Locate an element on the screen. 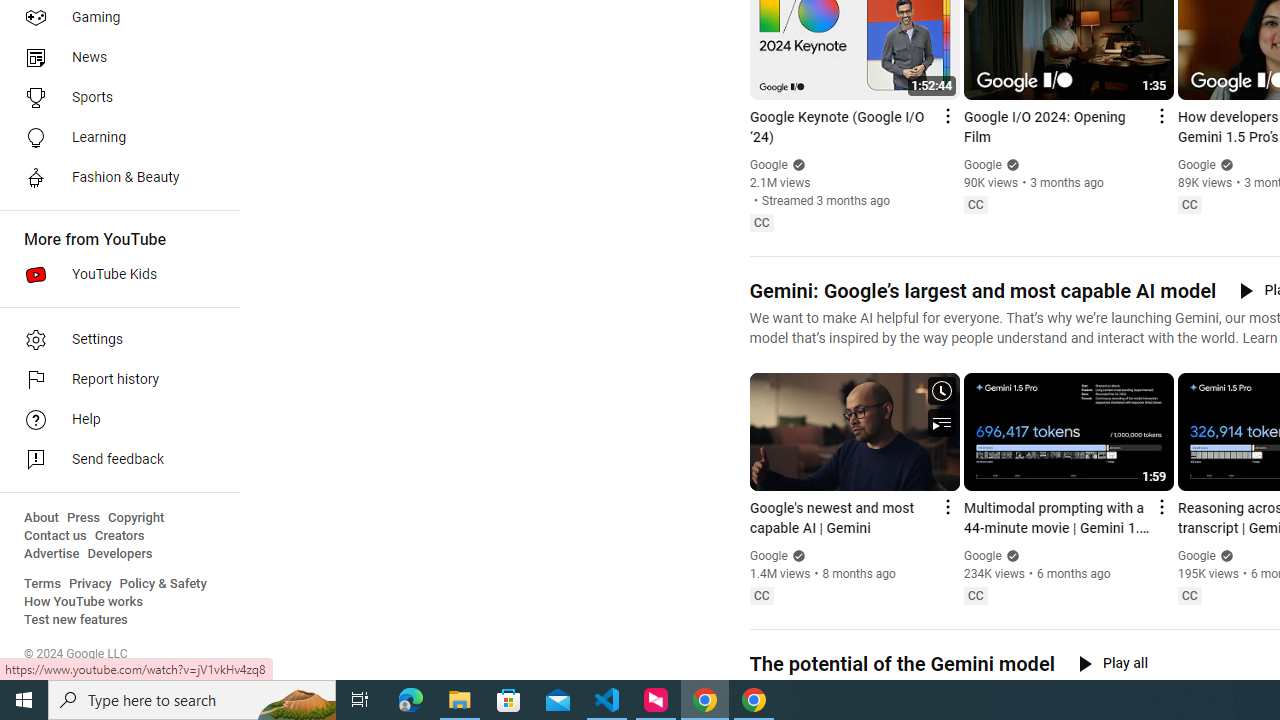 The width and height of the screenshot is (1280, 720). 'Action menu' is located at coordinates (1160, 505).